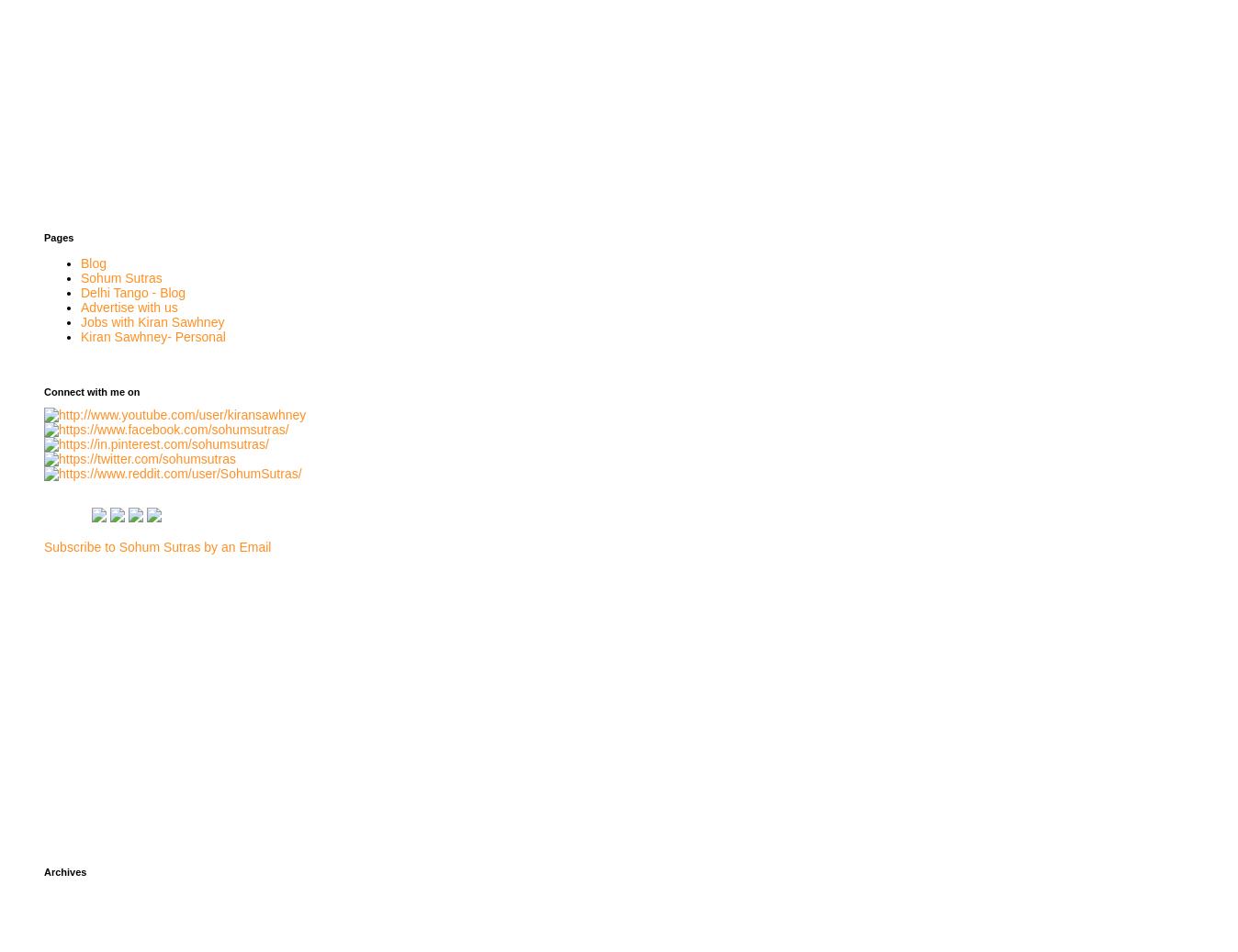 The width and height of the screenshot is (1238, 952). Describe the element at coordinates (132, 291) in the screenshot. I see `'Delhi Tango - Blog'` at that location.